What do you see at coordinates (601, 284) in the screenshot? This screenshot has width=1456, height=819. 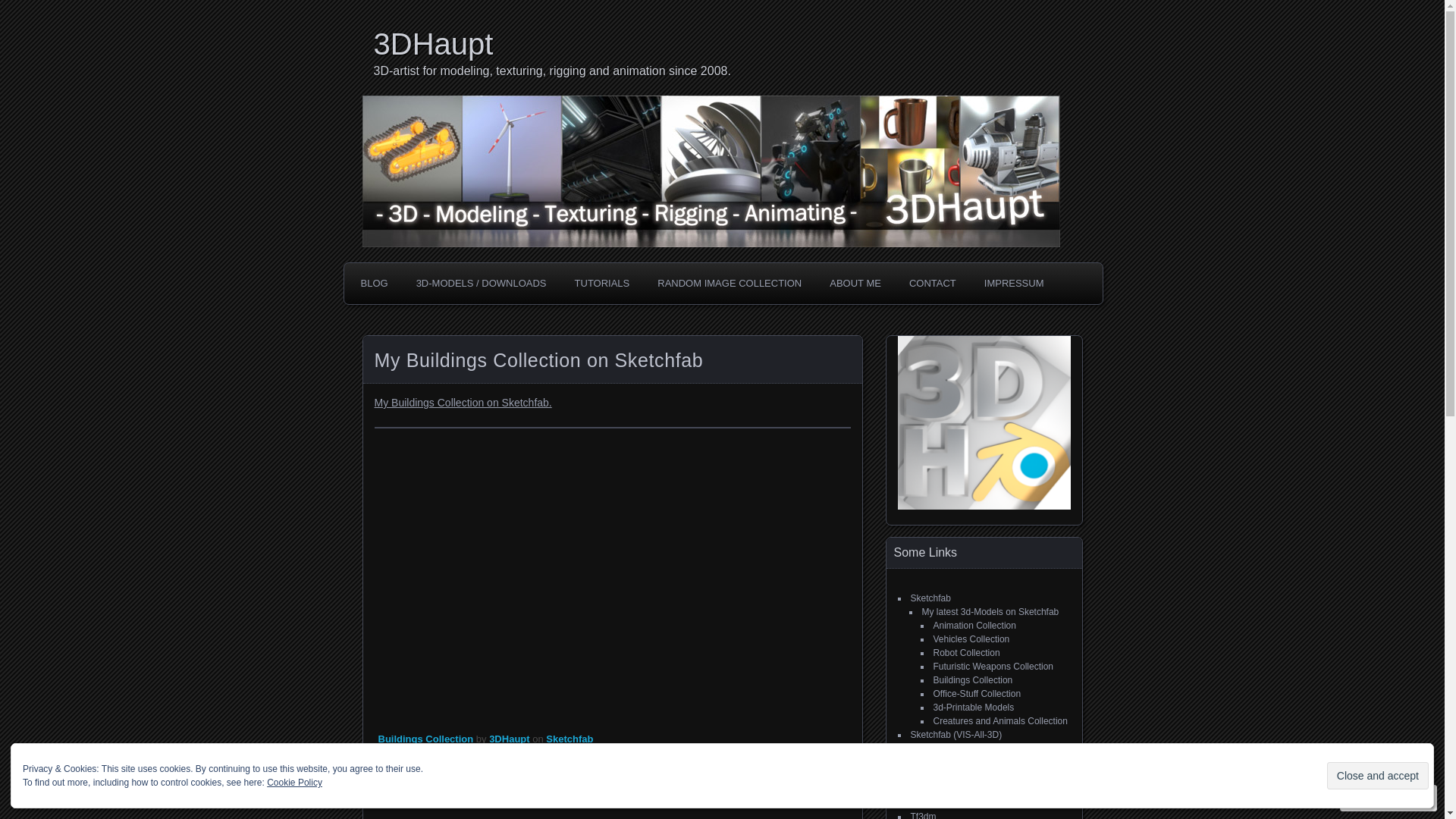 I see `'TUTORIALS'` at bounding box center [601, 284].